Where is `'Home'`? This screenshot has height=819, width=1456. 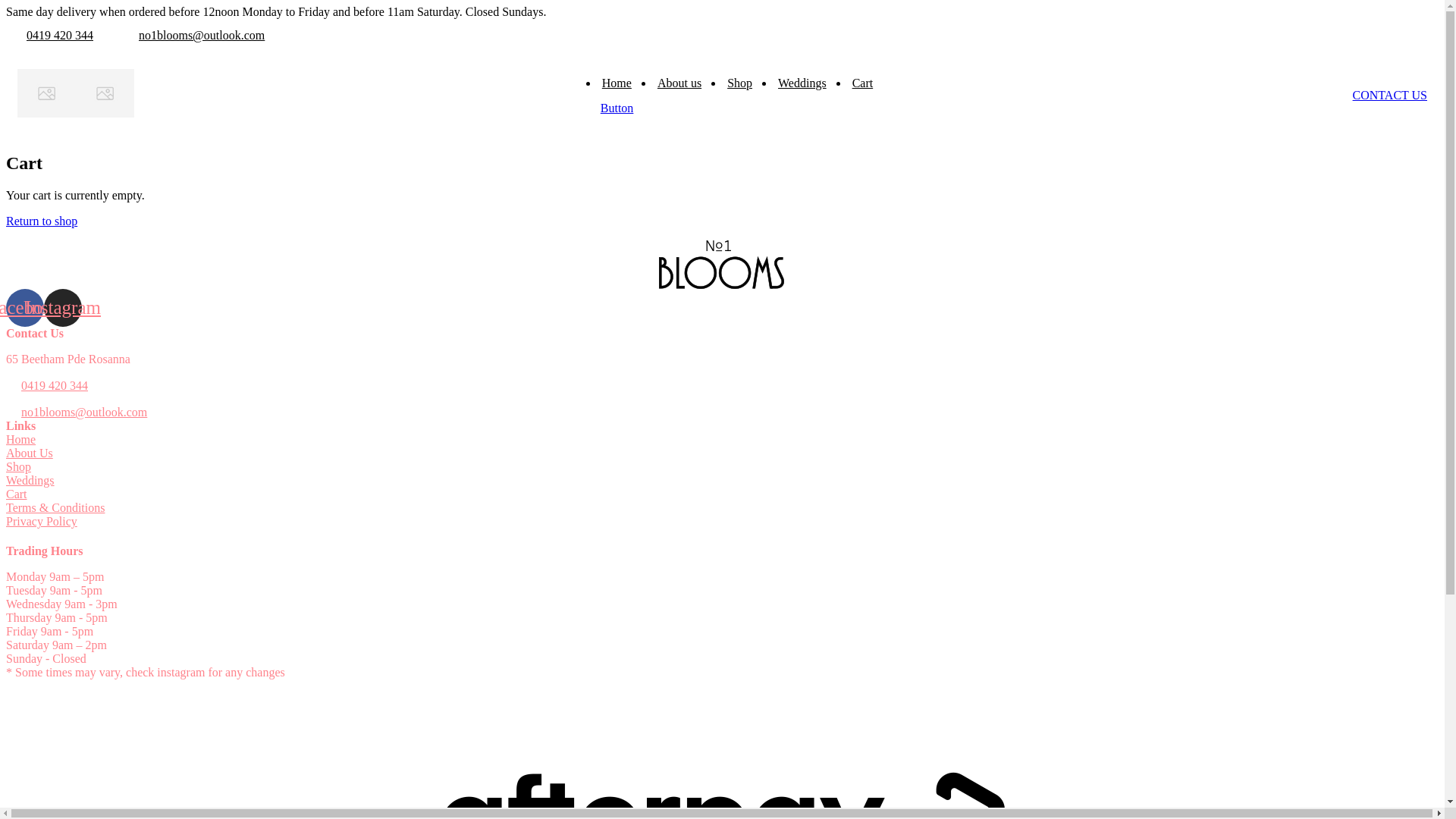 'Home' is located at coordinates (20, 439).